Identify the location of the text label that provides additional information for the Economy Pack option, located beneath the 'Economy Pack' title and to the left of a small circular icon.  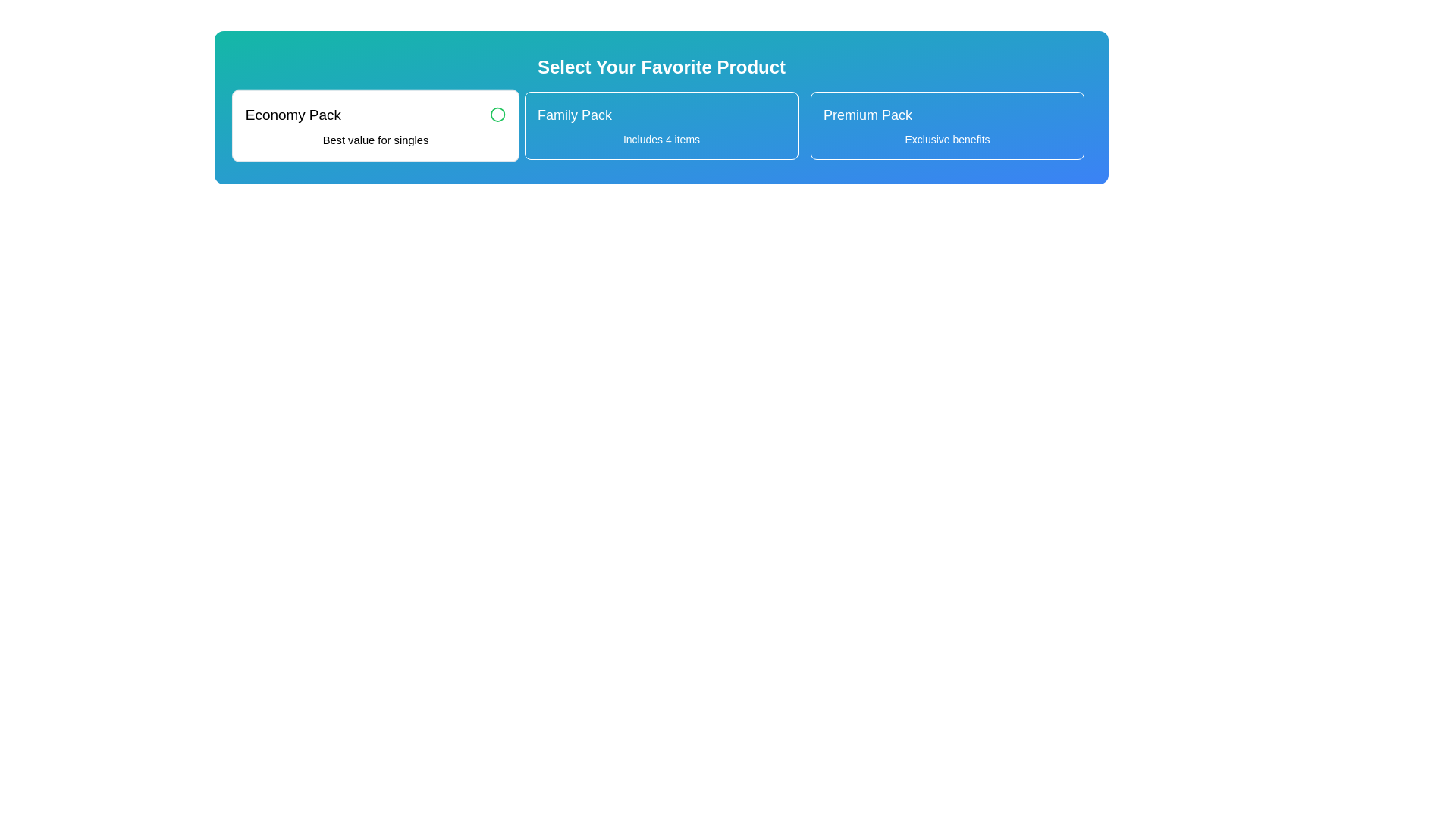
(375, 140).